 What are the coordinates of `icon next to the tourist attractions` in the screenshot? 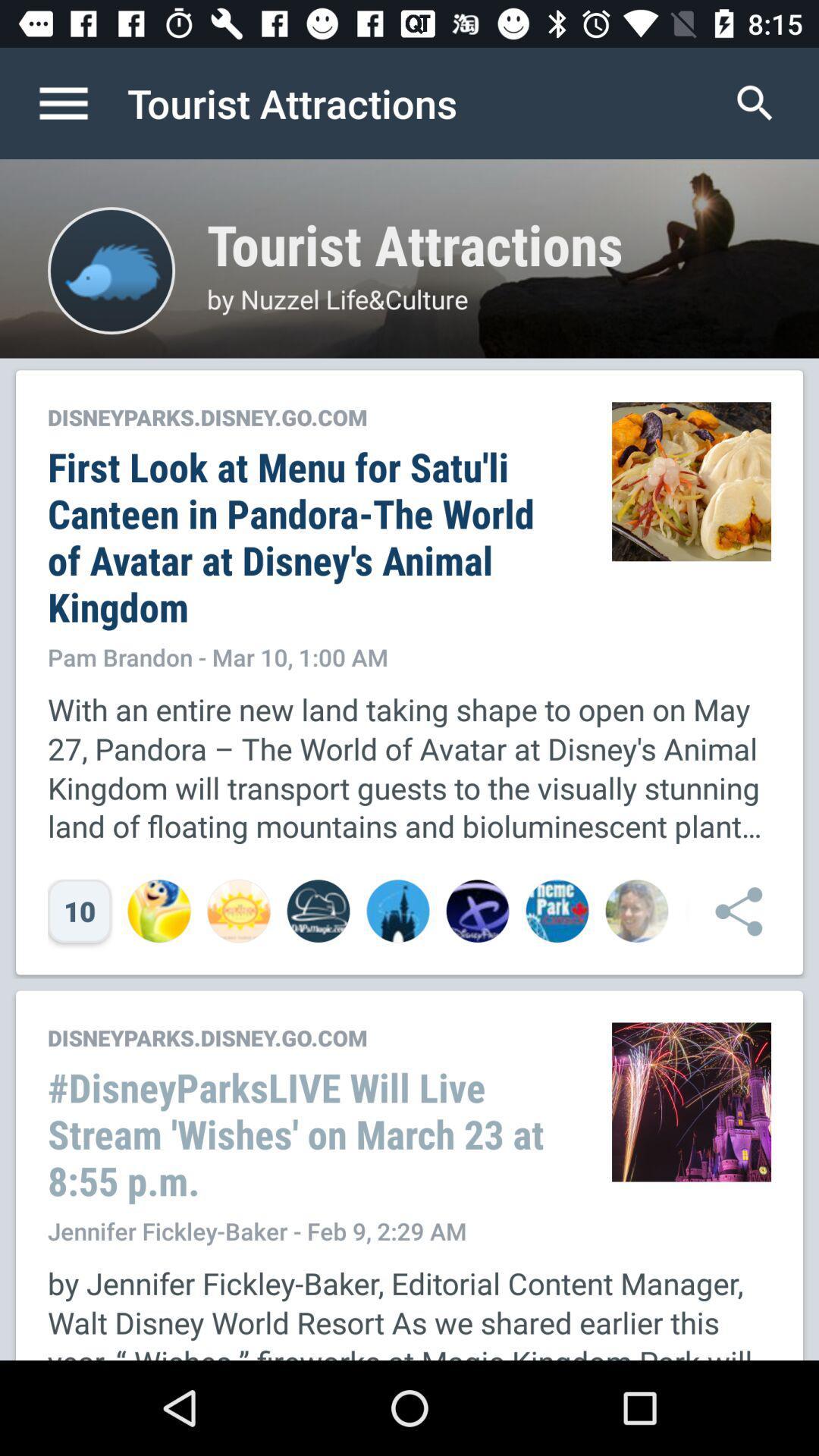 It's located at (755, 102).